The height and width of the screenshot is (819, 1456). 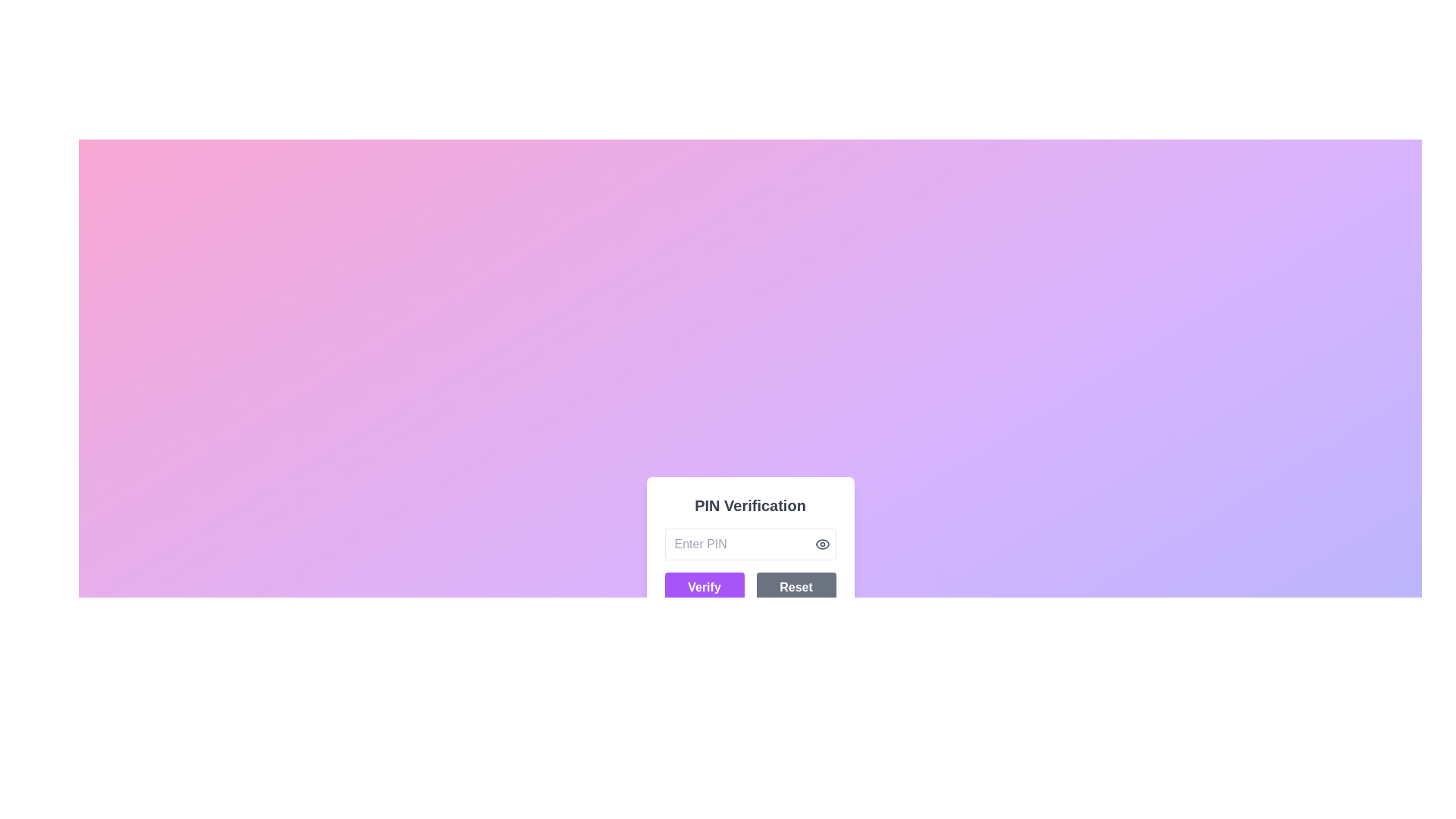 What do you see at coordinates (821, 543) in the screenshot?
I see `the button located to the right of the 'Enter PIN' text input field` at bounding box center [821, 543].